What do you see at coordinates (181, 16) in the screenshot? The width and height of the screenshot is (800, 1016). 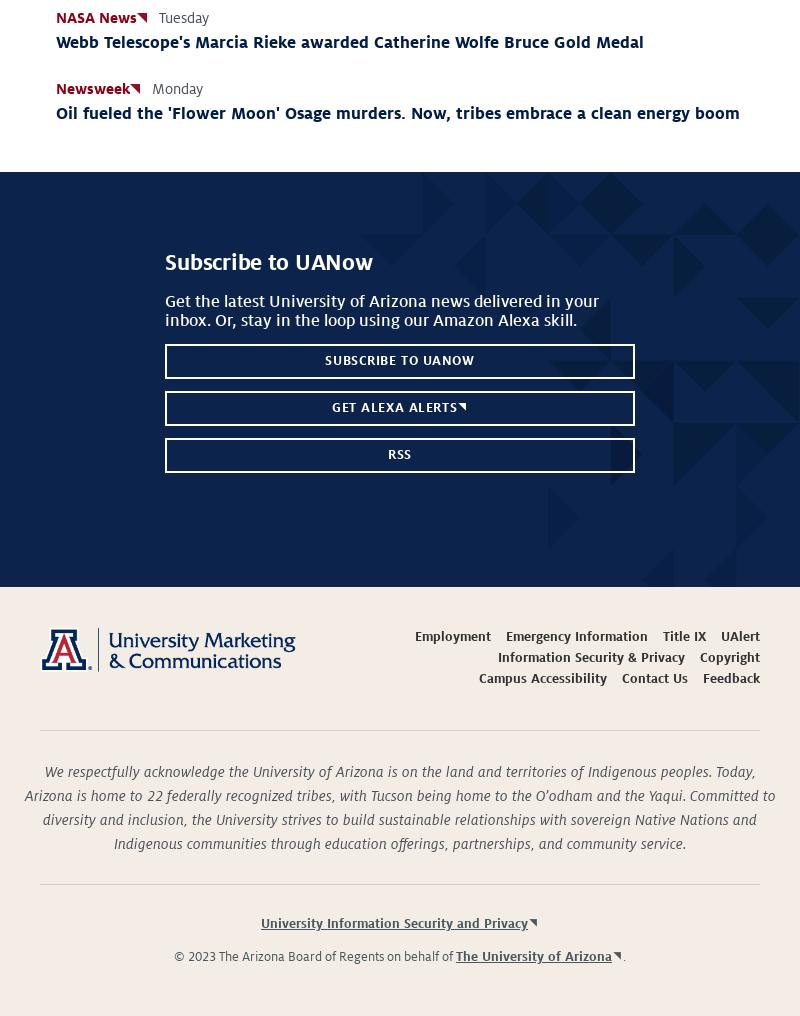 I see `'Tuesday'` at bounding box center [181, 16].